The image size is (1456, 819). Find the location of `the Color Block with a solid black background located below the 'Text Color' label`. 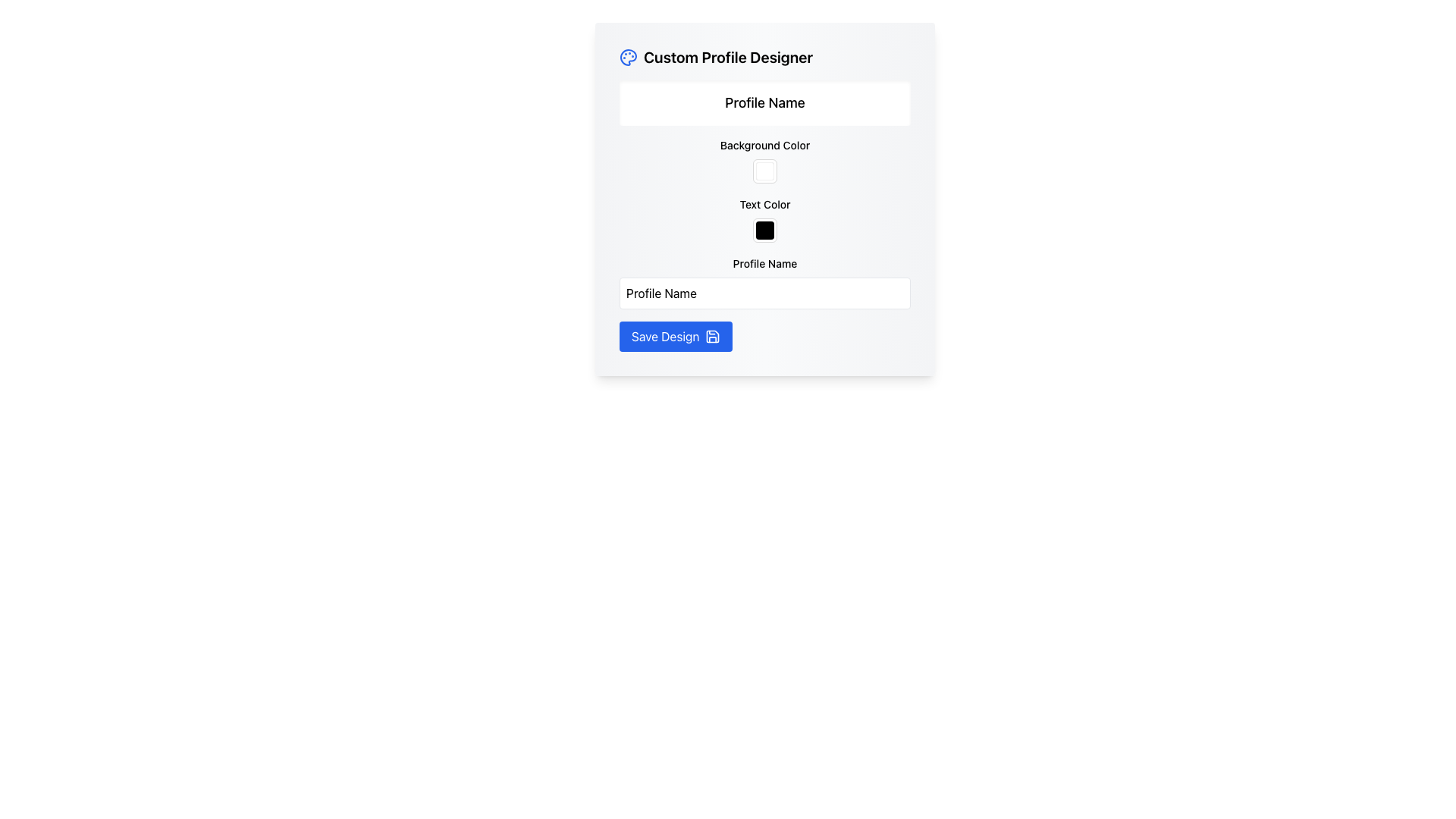

the Color Block with a solid black background located below the 'Text Color' label is located at coordinates (764, 231).